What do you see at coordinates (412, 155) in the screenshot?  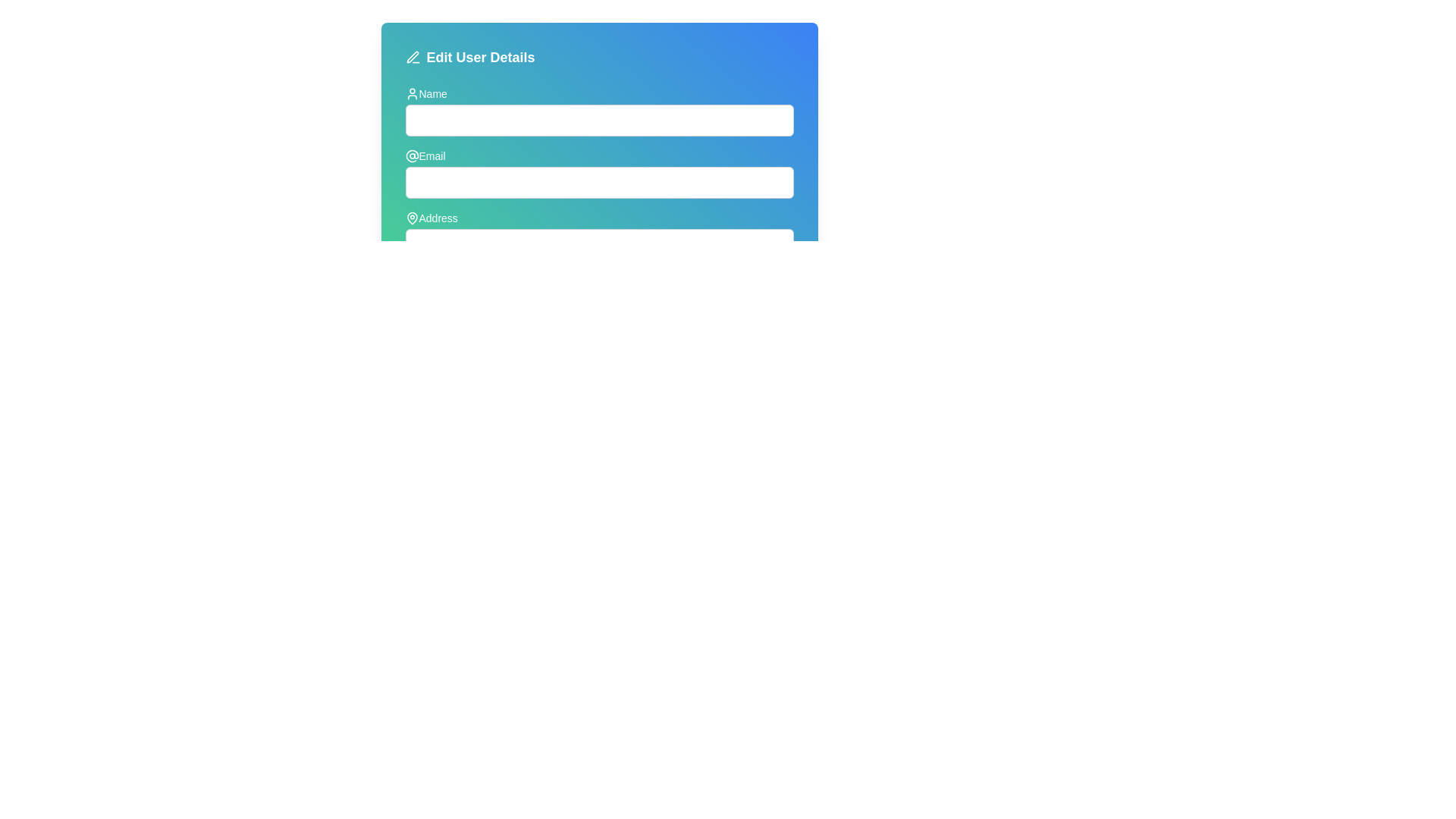 I see `the small circular '@' icon located to the immediate left of the text 'Email', which serves as an indicator for the email input field` at bounding box center [412, 155].